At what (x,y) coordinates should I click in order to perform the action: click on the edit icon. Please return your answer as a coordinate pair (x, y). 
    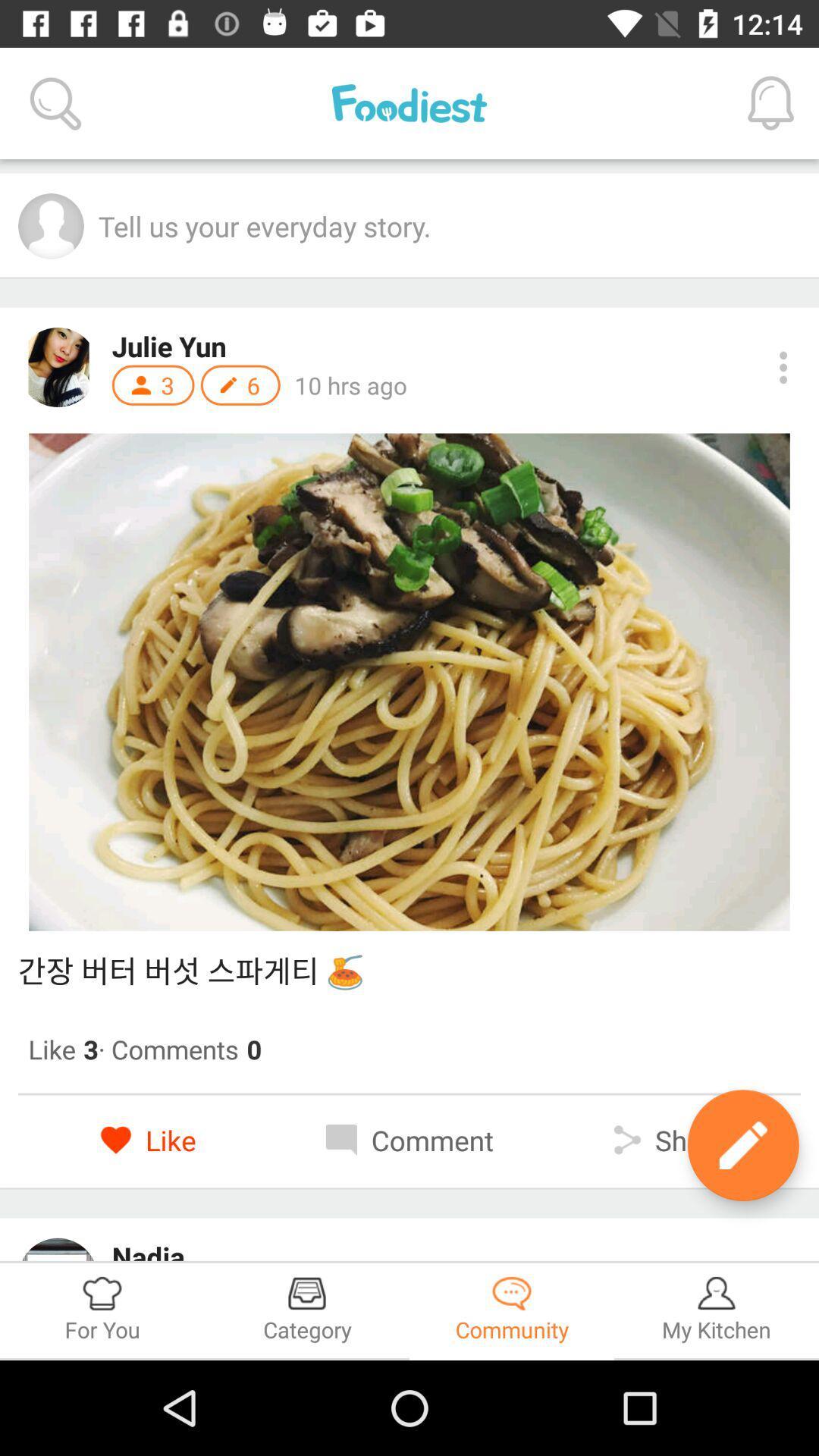
    Looking at the image, I should click on (742, 1145).